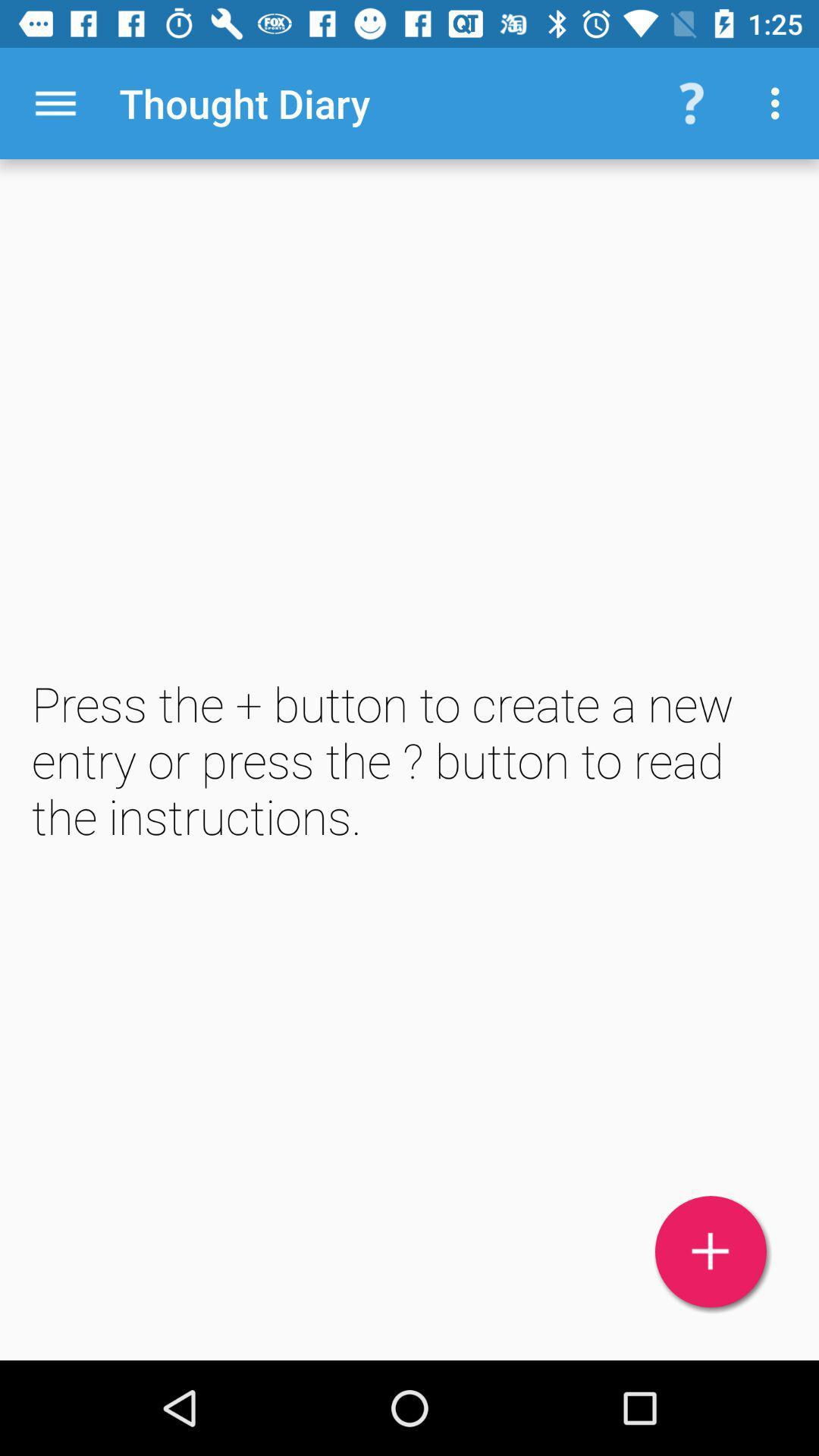 The width and height of the screenshot is (819, 1456). Describe the element at coordinates (55, 102) in the screenshot. I see `item to the left of thought diary item` at that location.